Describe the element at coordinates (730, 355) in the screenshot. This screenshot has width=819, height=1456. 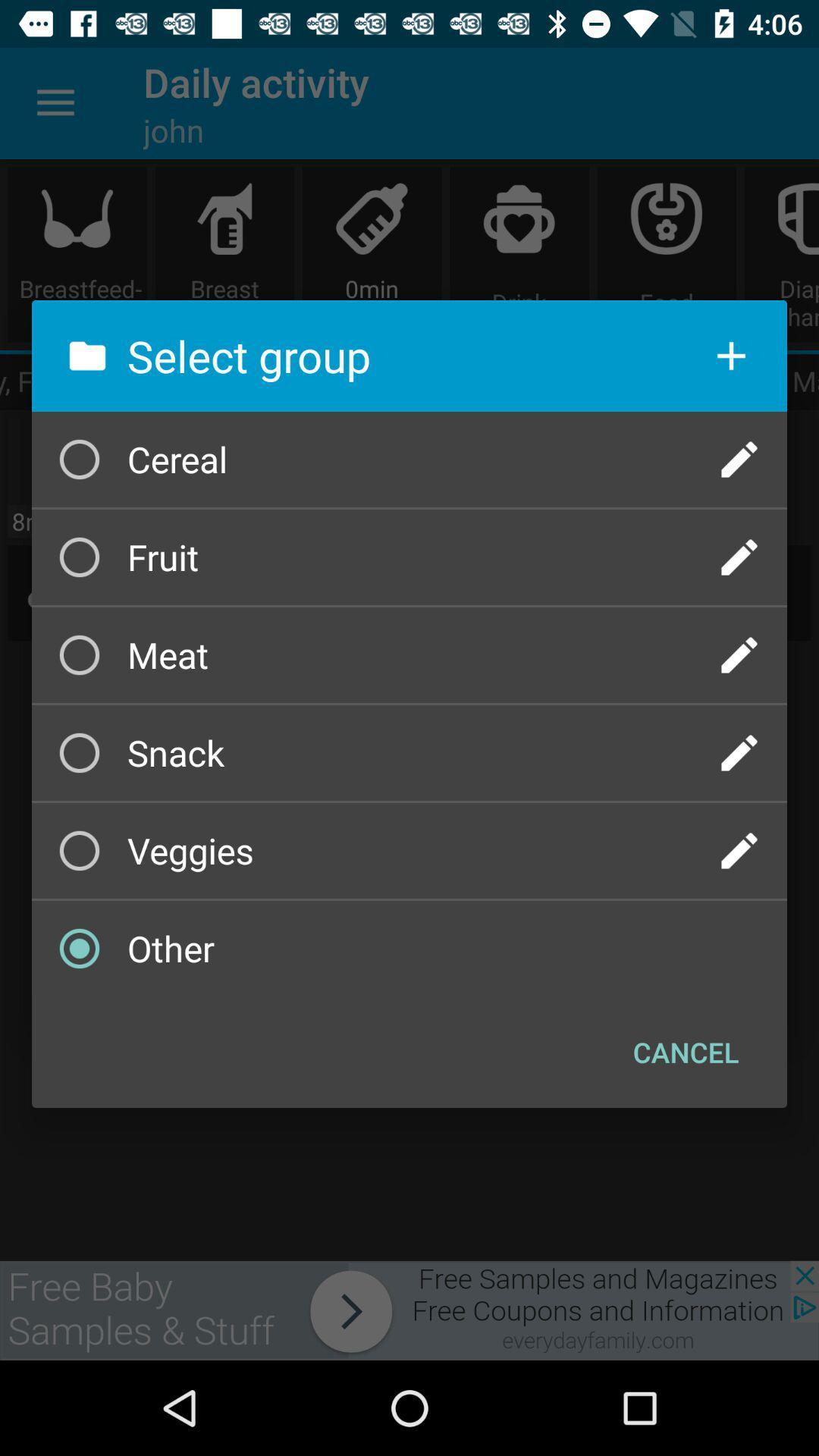
I see `selection to list` at that location.